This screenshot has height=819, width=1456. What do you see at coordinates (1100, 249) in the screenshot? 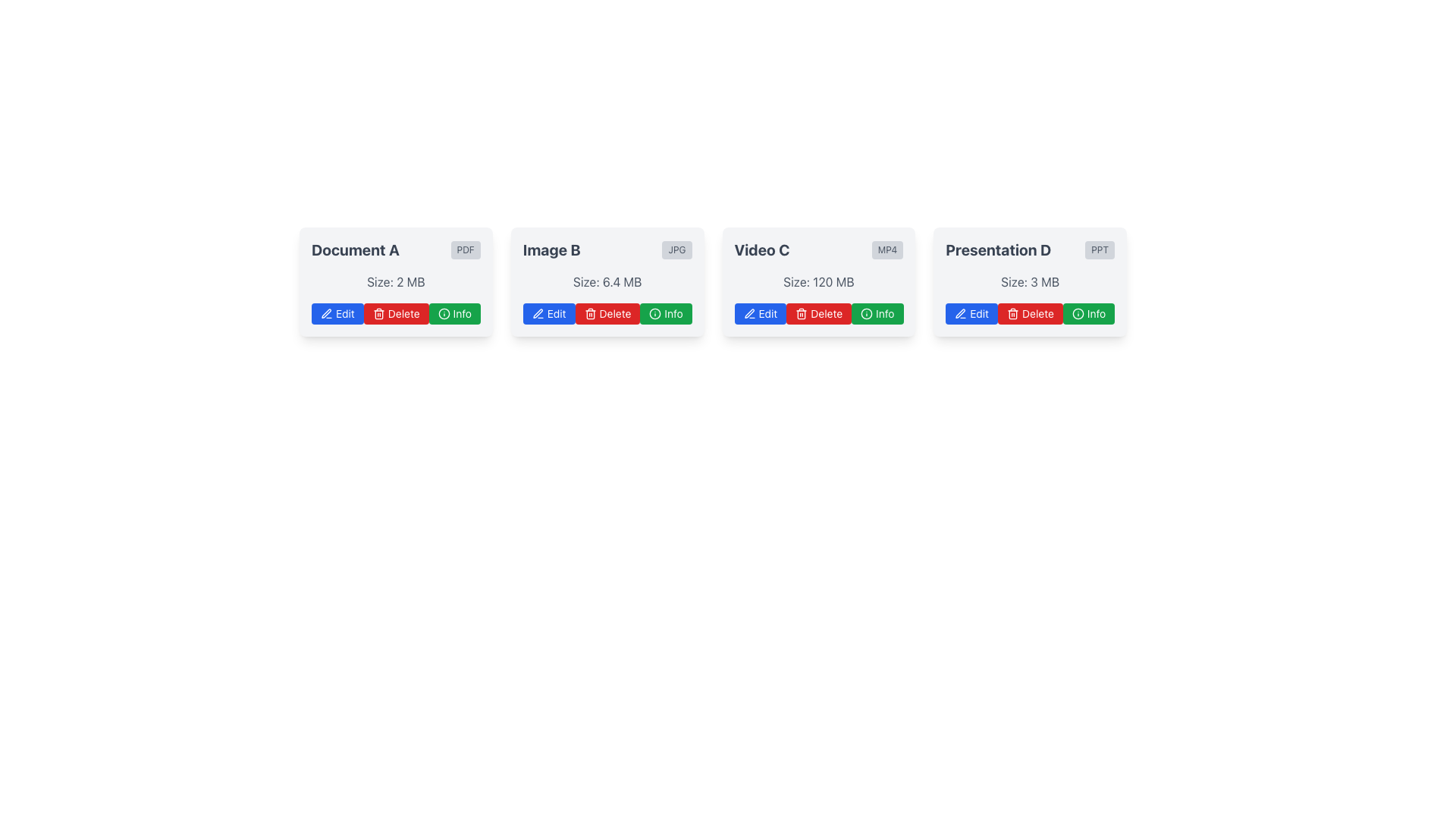
I see `the file type indicator badge for 'Presentation D' located at the top-right corner of its card` at bounding box center [1100, 249].